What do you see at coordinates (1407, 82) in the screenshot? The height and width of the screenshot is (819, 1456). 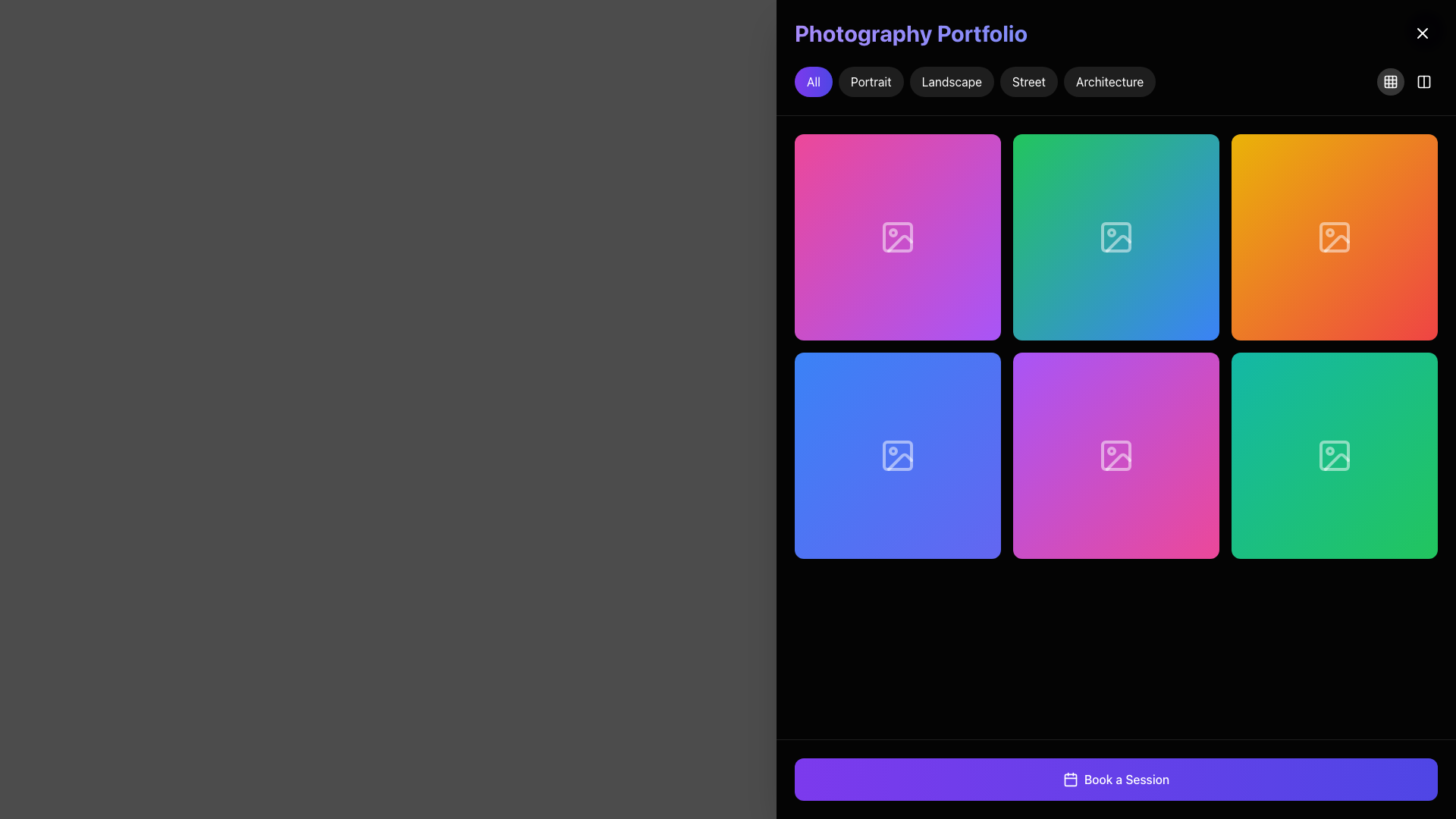 I see `the two-panel icon in the top-right corner of the interface to switch to split view` at bounding box center [1407, 82].